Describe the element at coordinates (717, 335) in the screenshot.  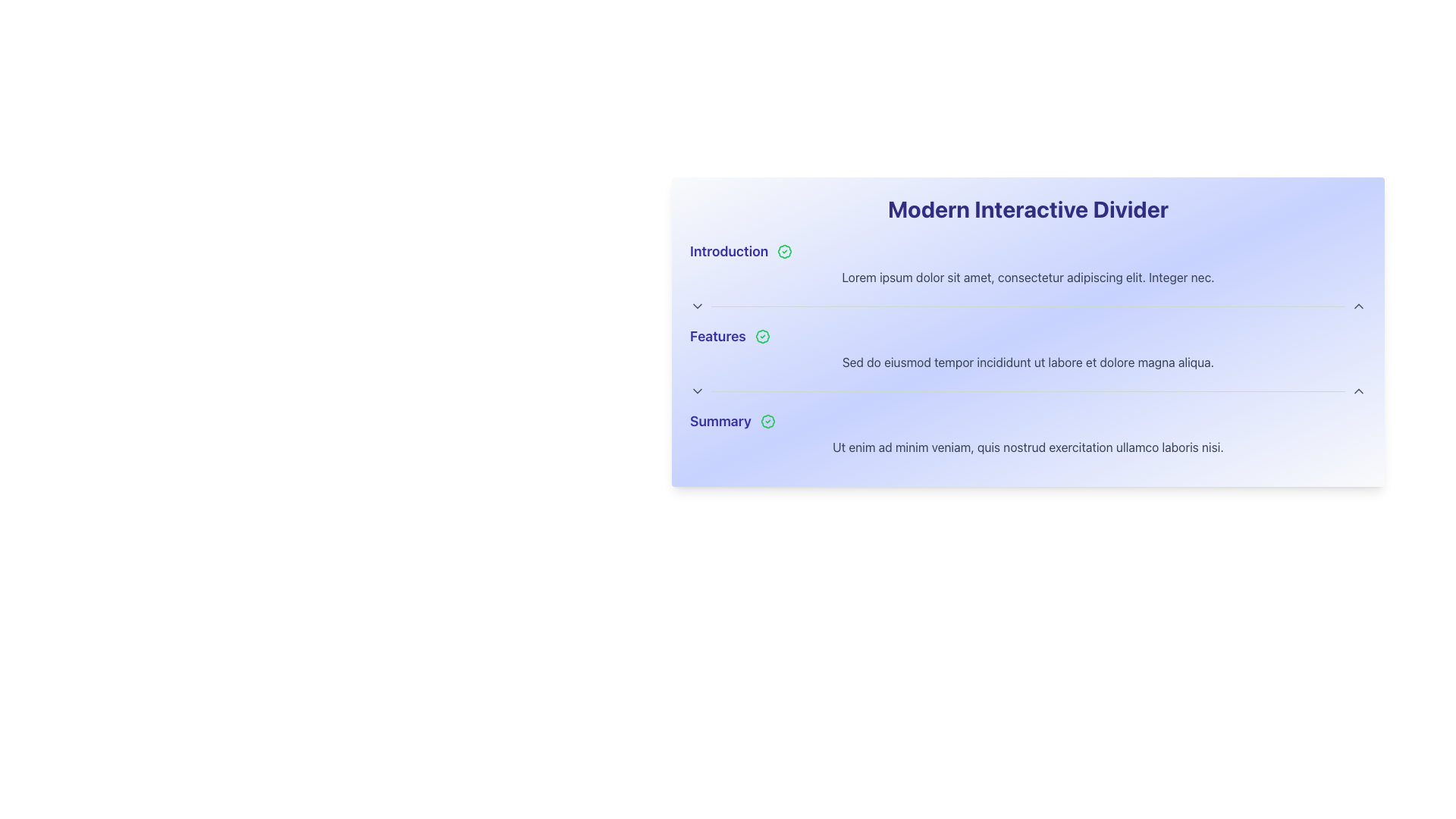
I see `the 'Features' text label that serves as a title for a section, providing orientation for related content` at that location.